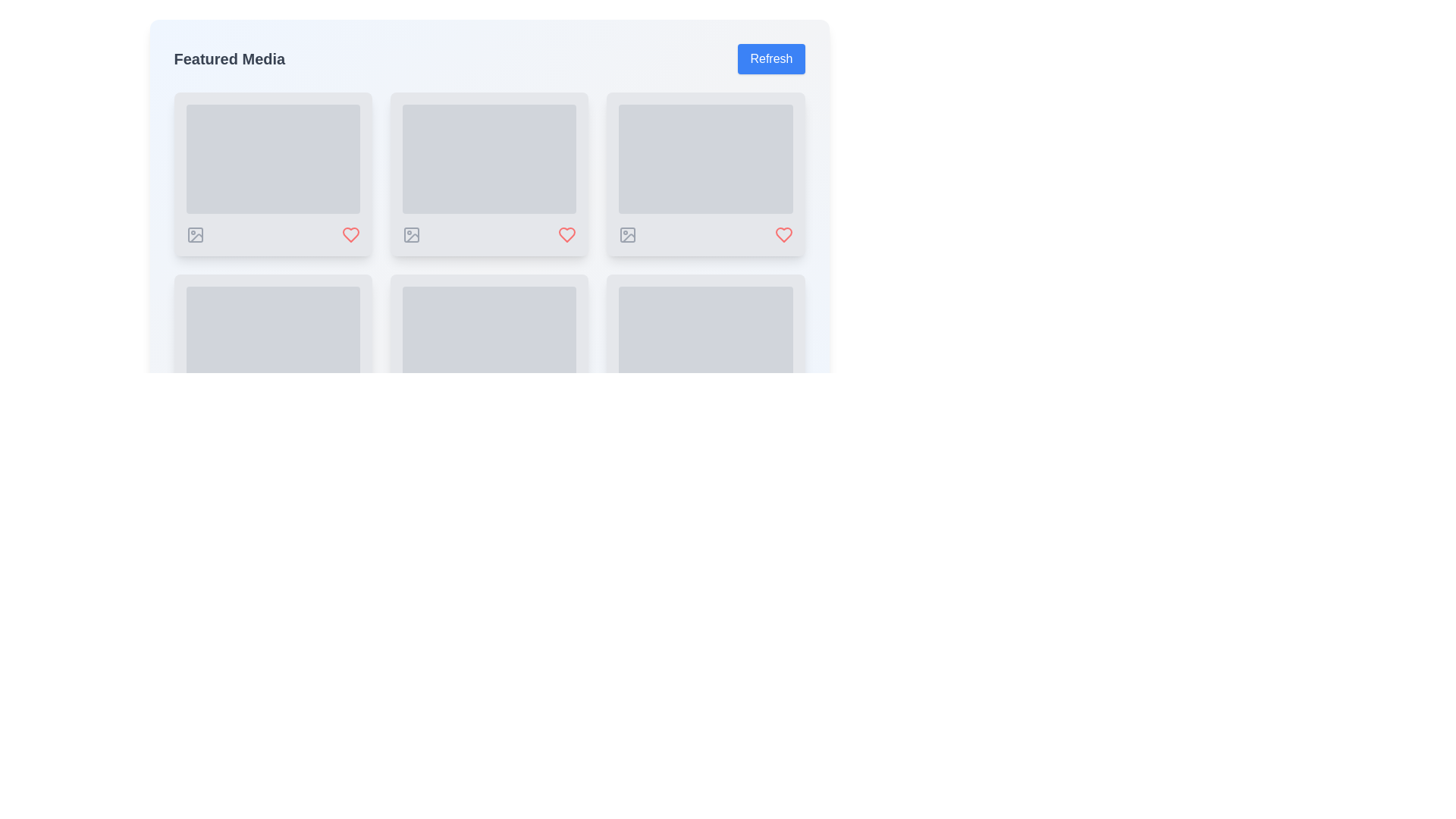 Image resolution: width=1456 pixels, height=819 pixels. I want to click on the gray placeholder or frame component with rounded corners located in the second column of the first row in a grid layout, so click(489, 158).